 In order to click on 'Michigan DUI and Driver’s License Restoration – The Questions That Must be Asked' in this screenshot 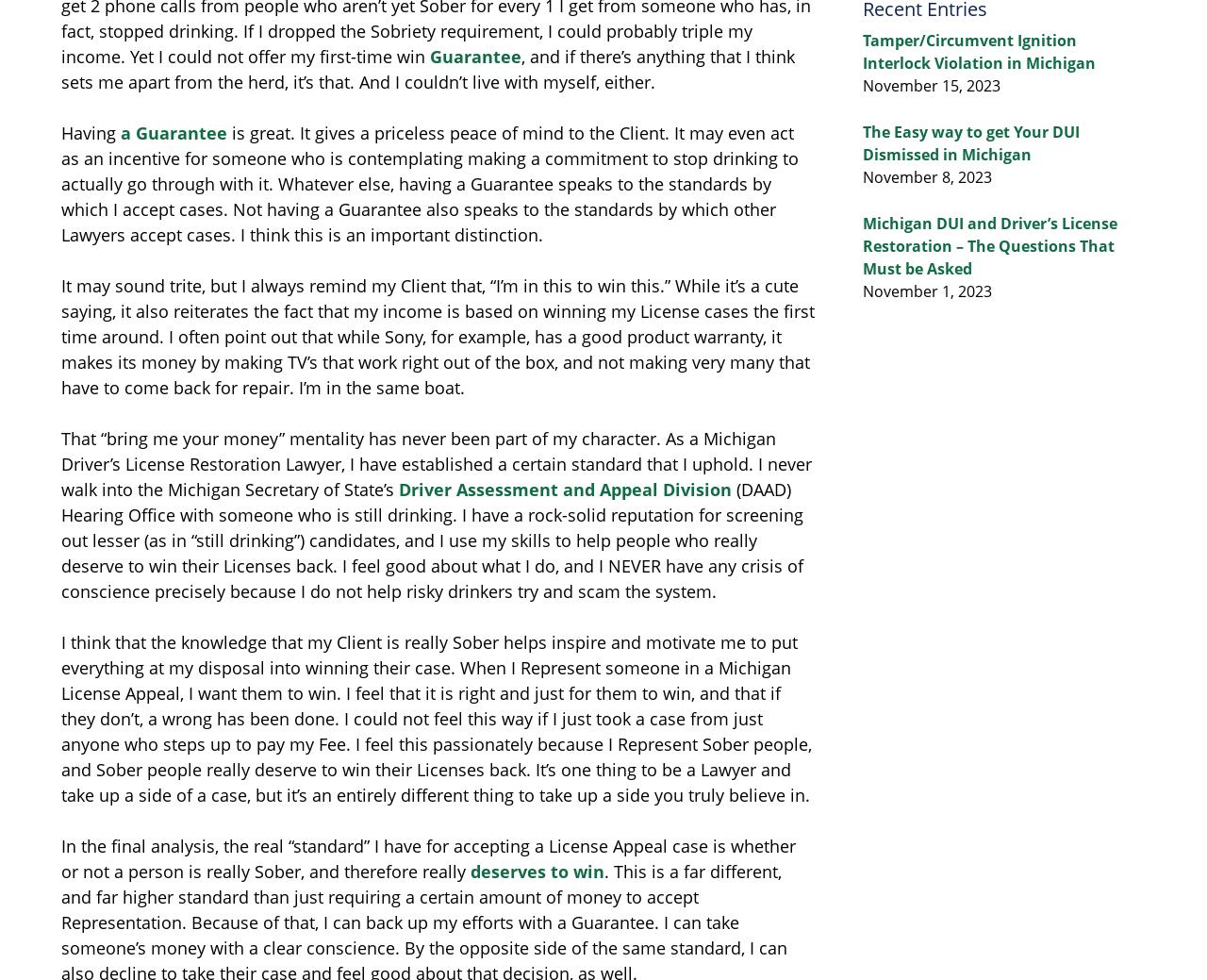, I will do `click(988, 245)`.